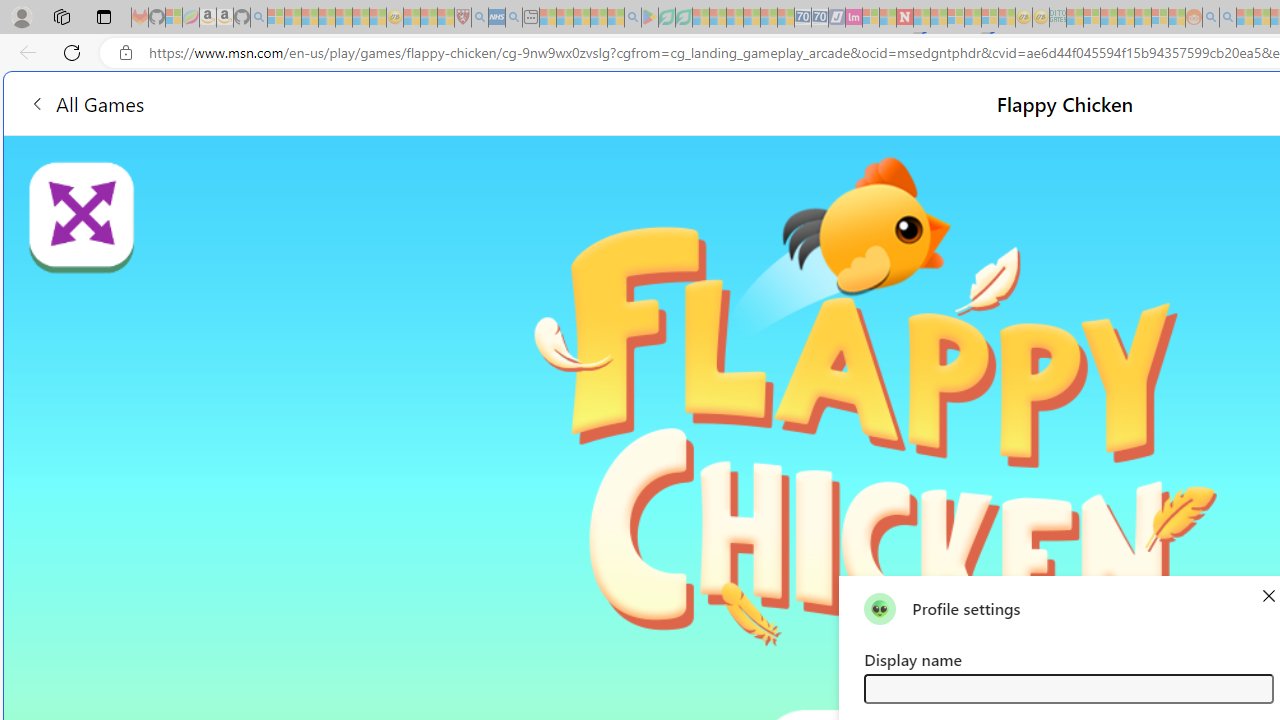 This screenshot has width=1280, height=720. I want to click on 'utah sues federal government - Search - Sleeping', so click(513, 17).